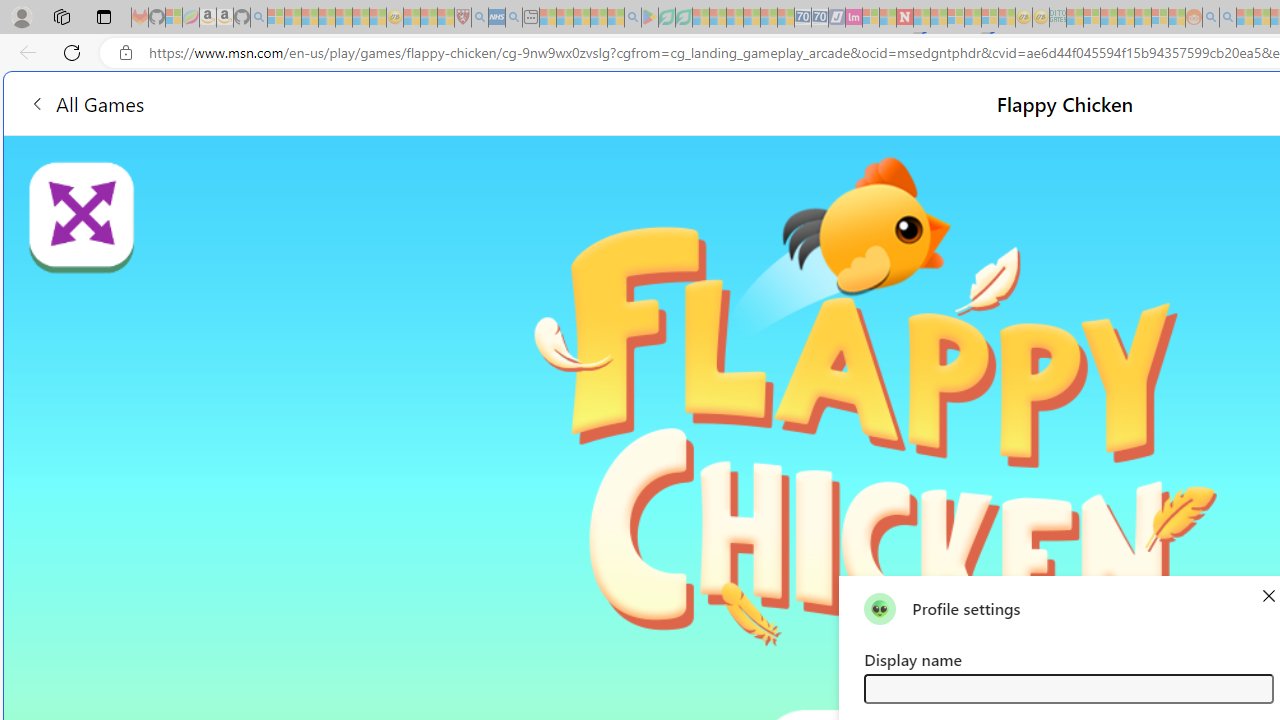 This screenshot has width=1280, height=720. I want to click on 'utah sues federal government - Search - Sleeping', so click(513, 17).